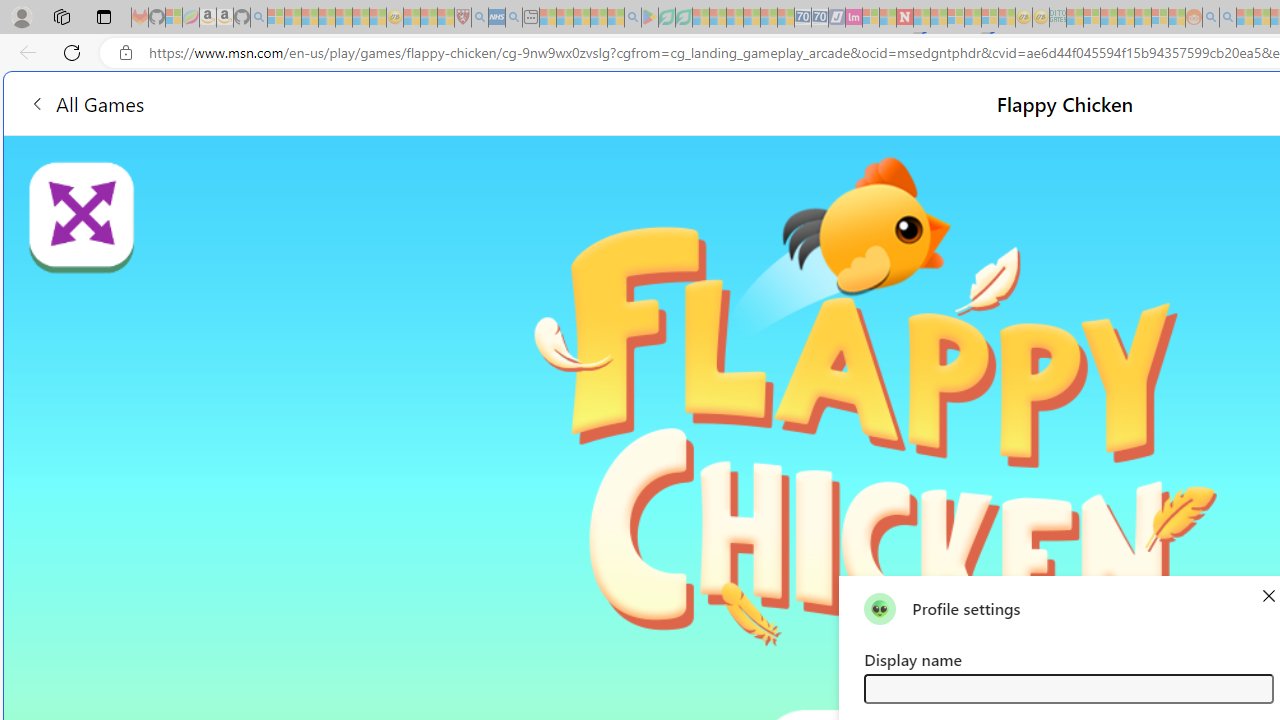 This screenshot has width=1280, height=720. I want to click on 'utah sues federal government - Search - Sleeping', so click(513, 17).